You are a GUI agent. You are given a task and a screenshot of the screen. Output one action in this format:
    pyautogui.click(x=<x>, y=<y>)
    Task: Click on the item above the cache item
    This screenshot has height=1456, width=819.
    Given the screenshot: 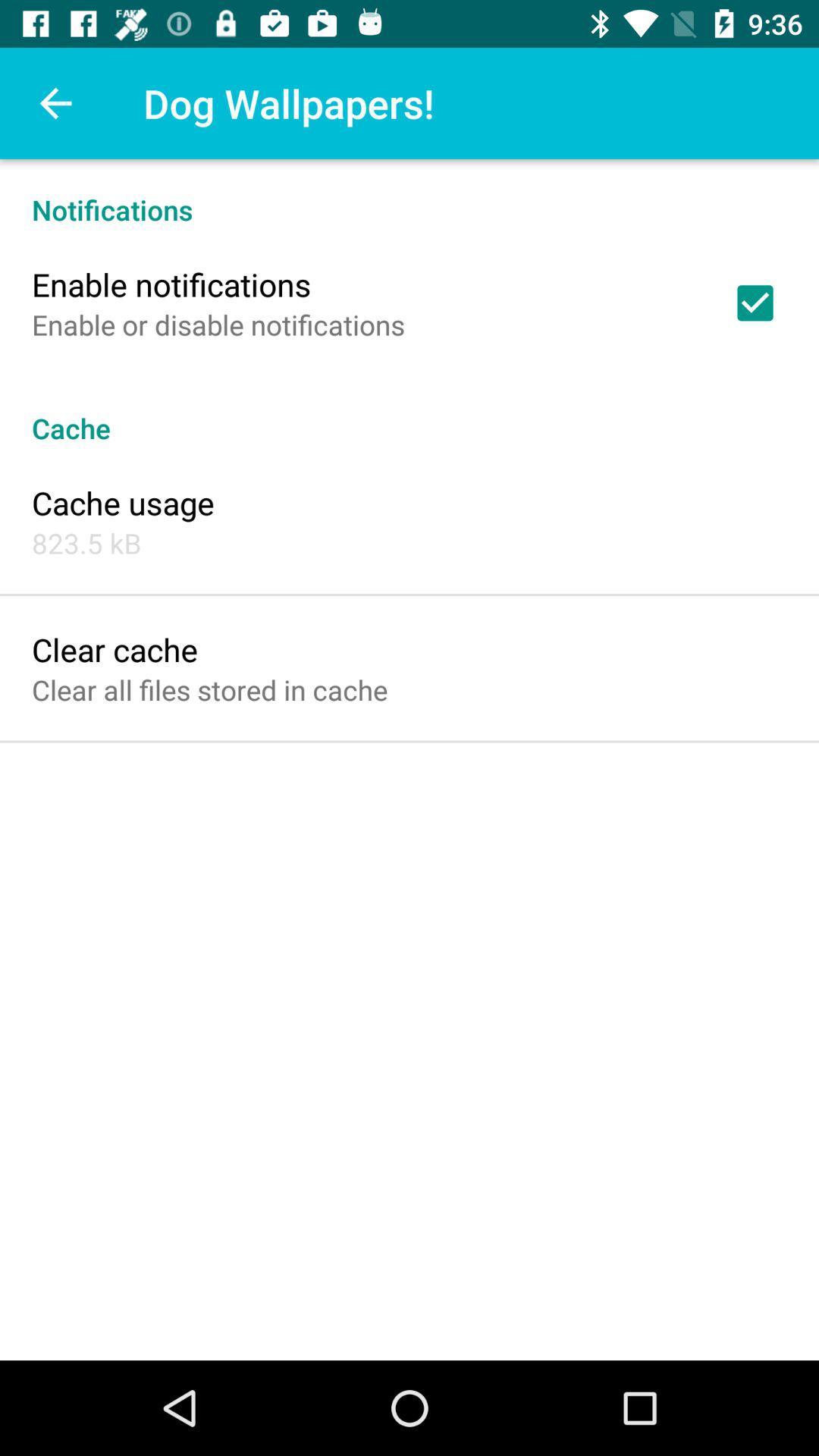 What is the action you would take?
    pyautogui.click(x=218, y=324)
    